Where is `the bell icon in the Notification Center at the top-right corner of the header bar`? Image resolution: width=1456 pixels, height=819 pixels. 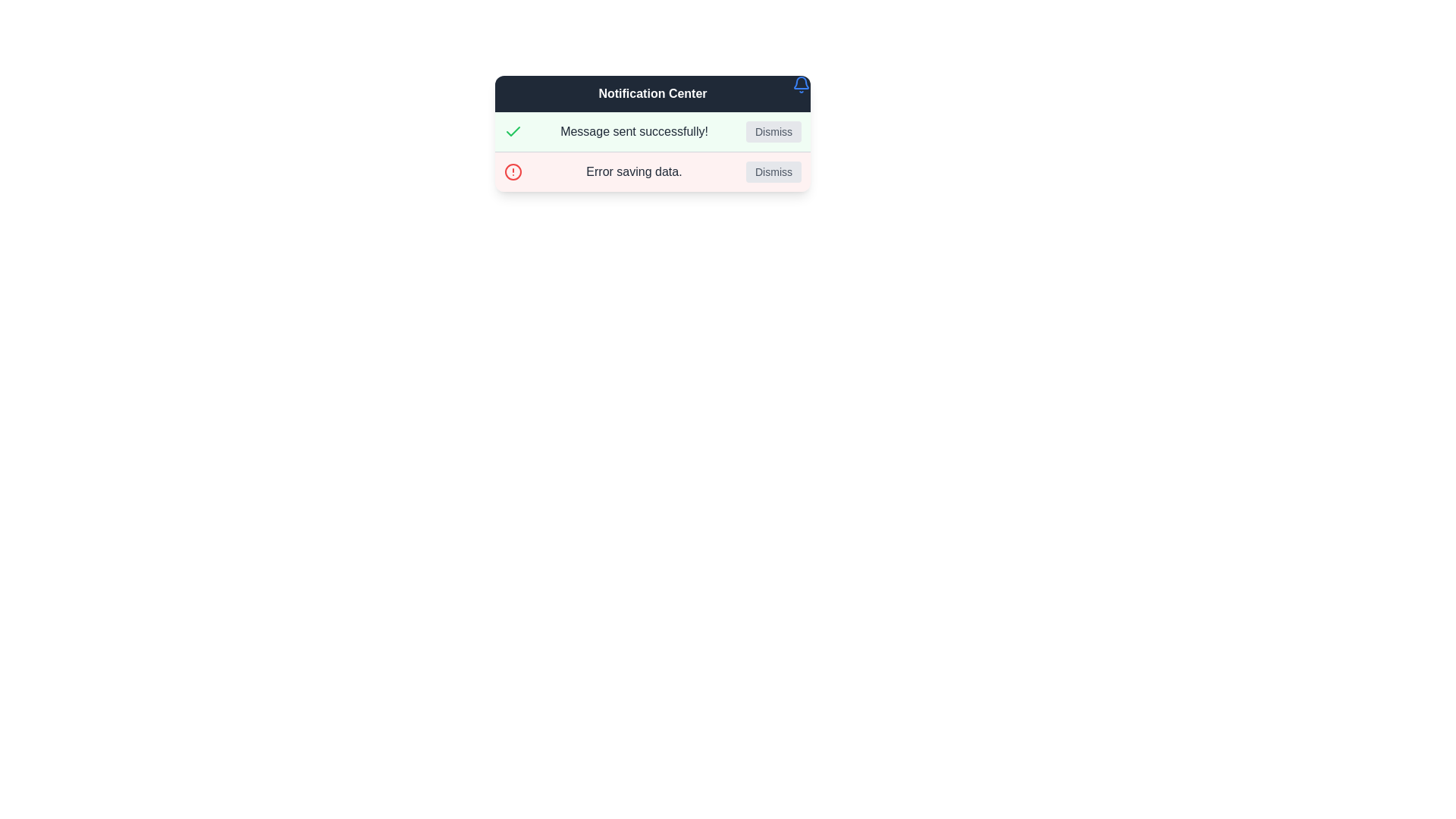
the bell icon in the Notification Center at the top-right corner of the header bar is located at coordinates (800, 84).